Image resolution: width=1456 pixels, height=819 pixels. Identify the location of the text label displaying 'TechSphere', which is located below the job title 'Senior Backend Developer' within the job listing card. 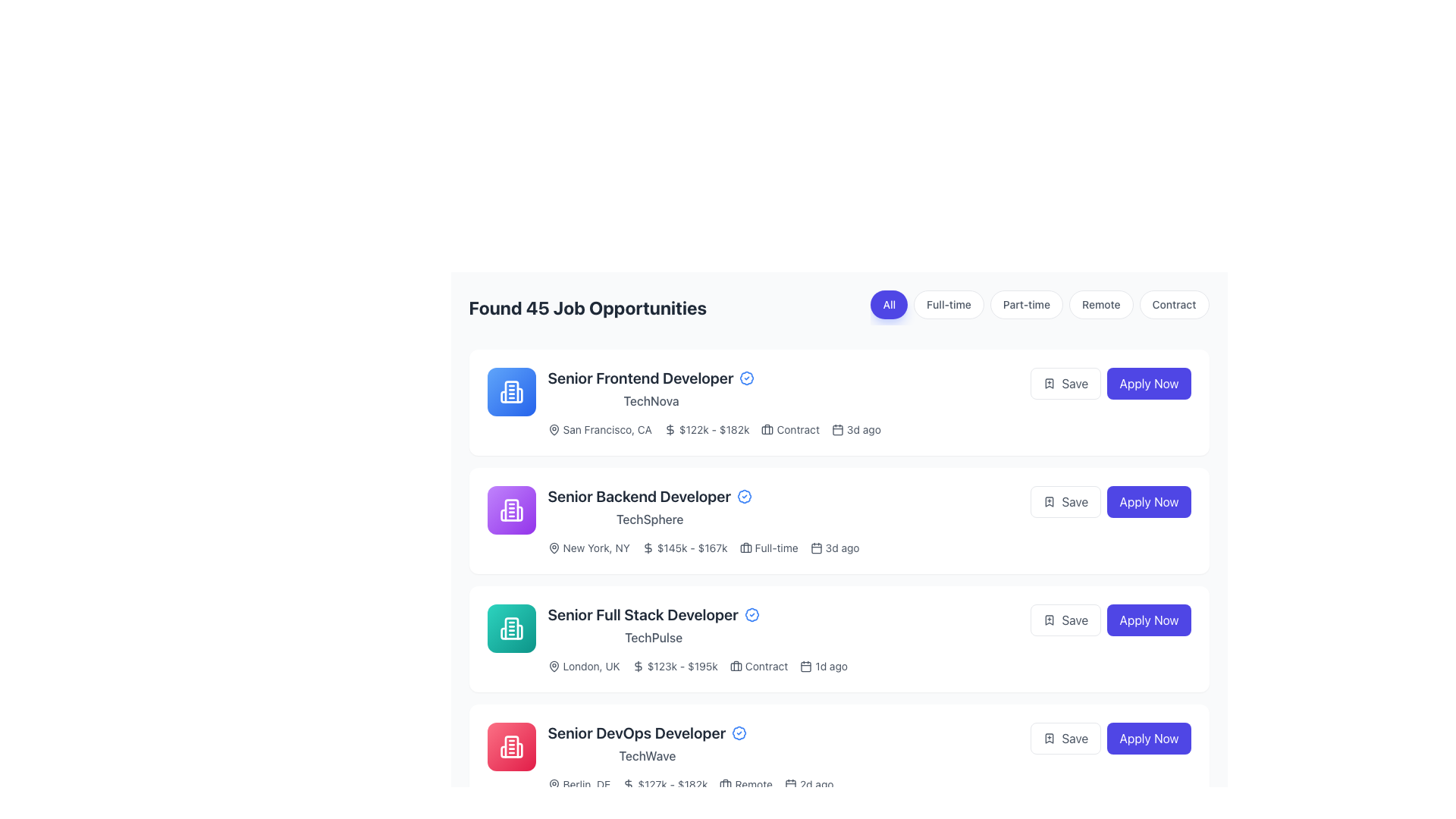
(650, 519).